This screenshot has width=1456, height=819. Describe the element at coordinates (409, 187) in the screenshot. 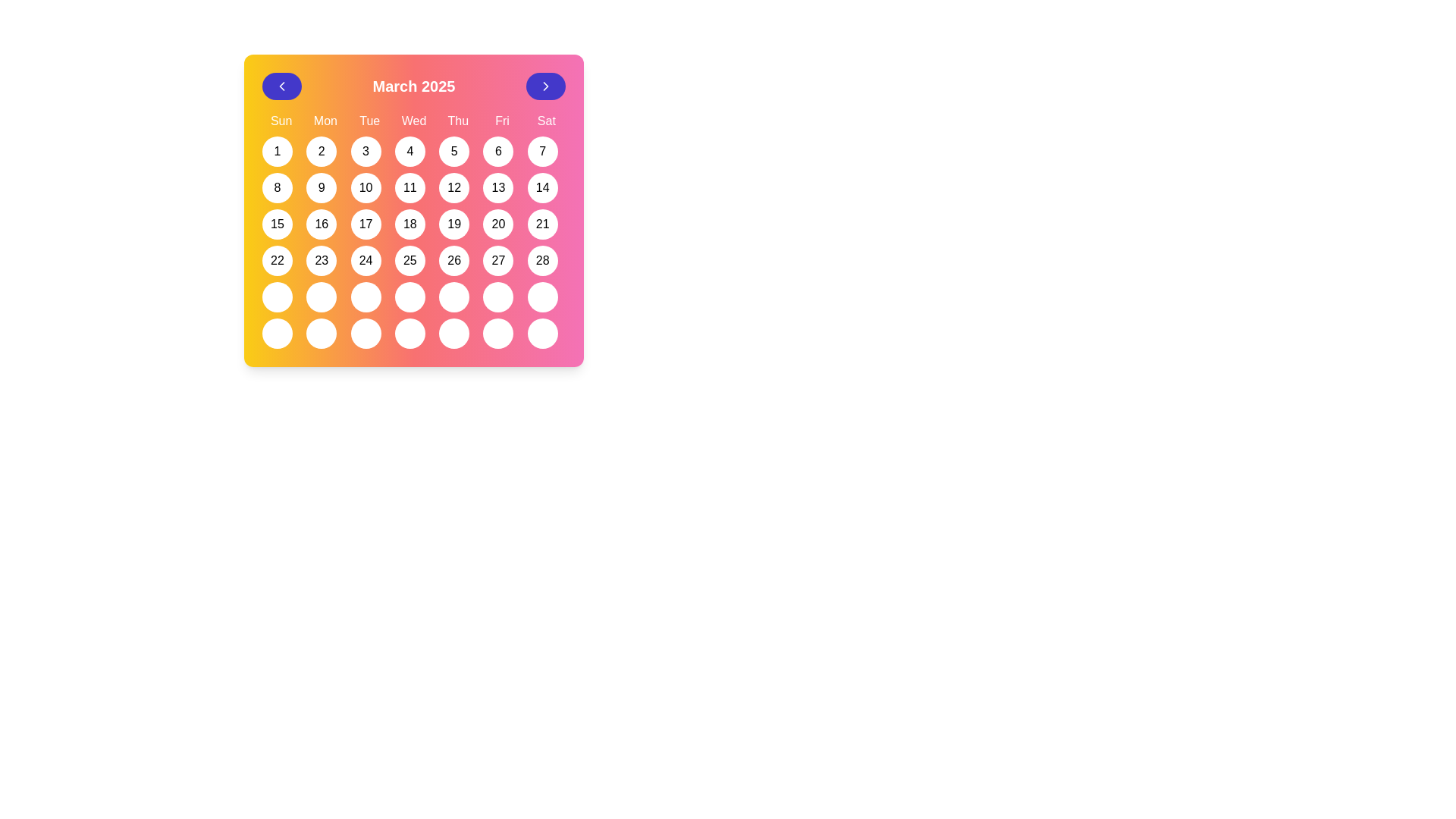

I see `the button representing the 11th day of the month in the calendar, located in the fourth column and third row under the 'Wed' label` at that location.